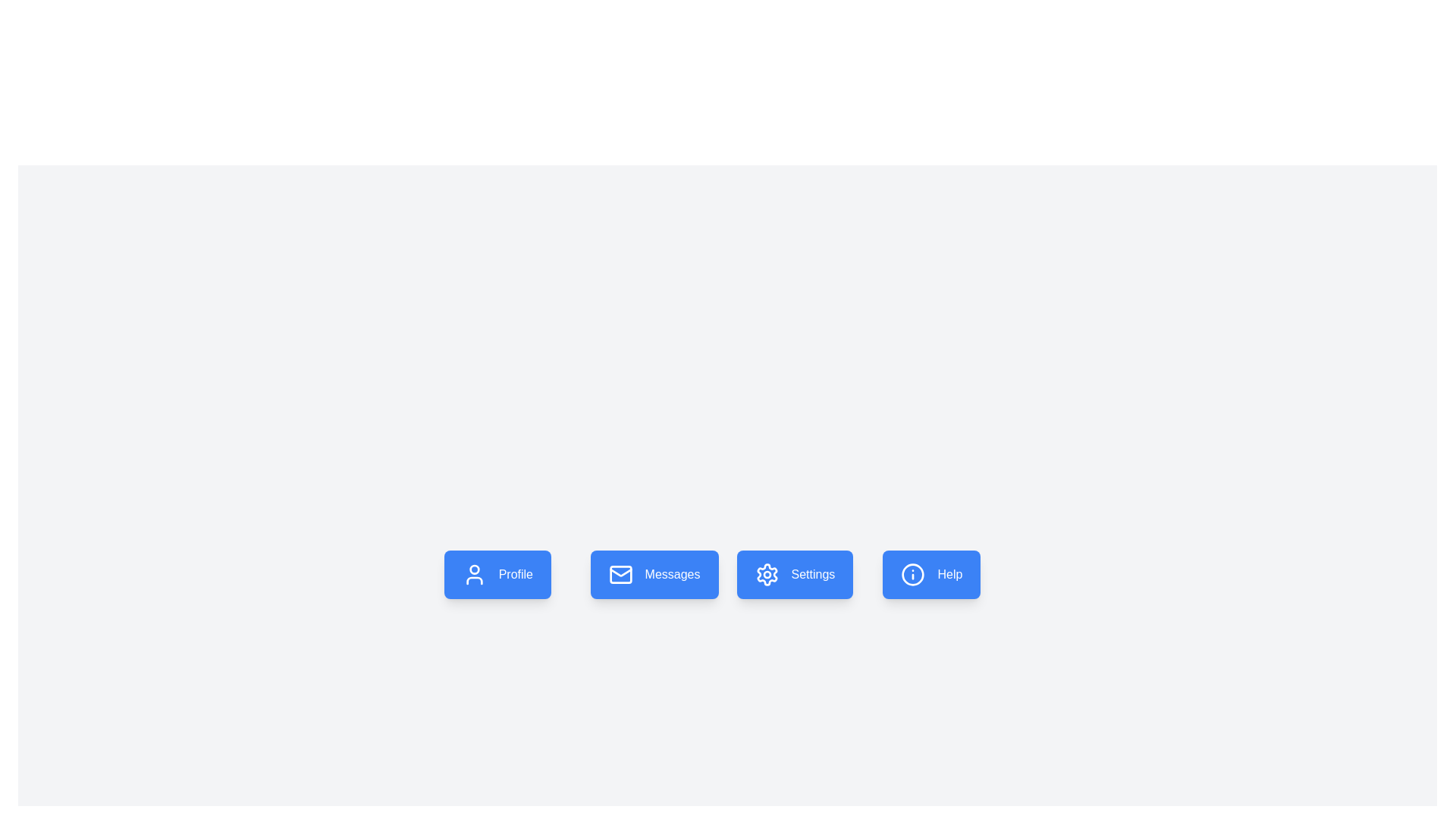 The width and height of the screenshot is (1456, 819). What do you see at coordinates (620, 575) in the screenshot?
I see `the mail or message icon located within the 'Messages' button, the second button from the left in a horizontal row of buttons` at bounding box center [620, 575].